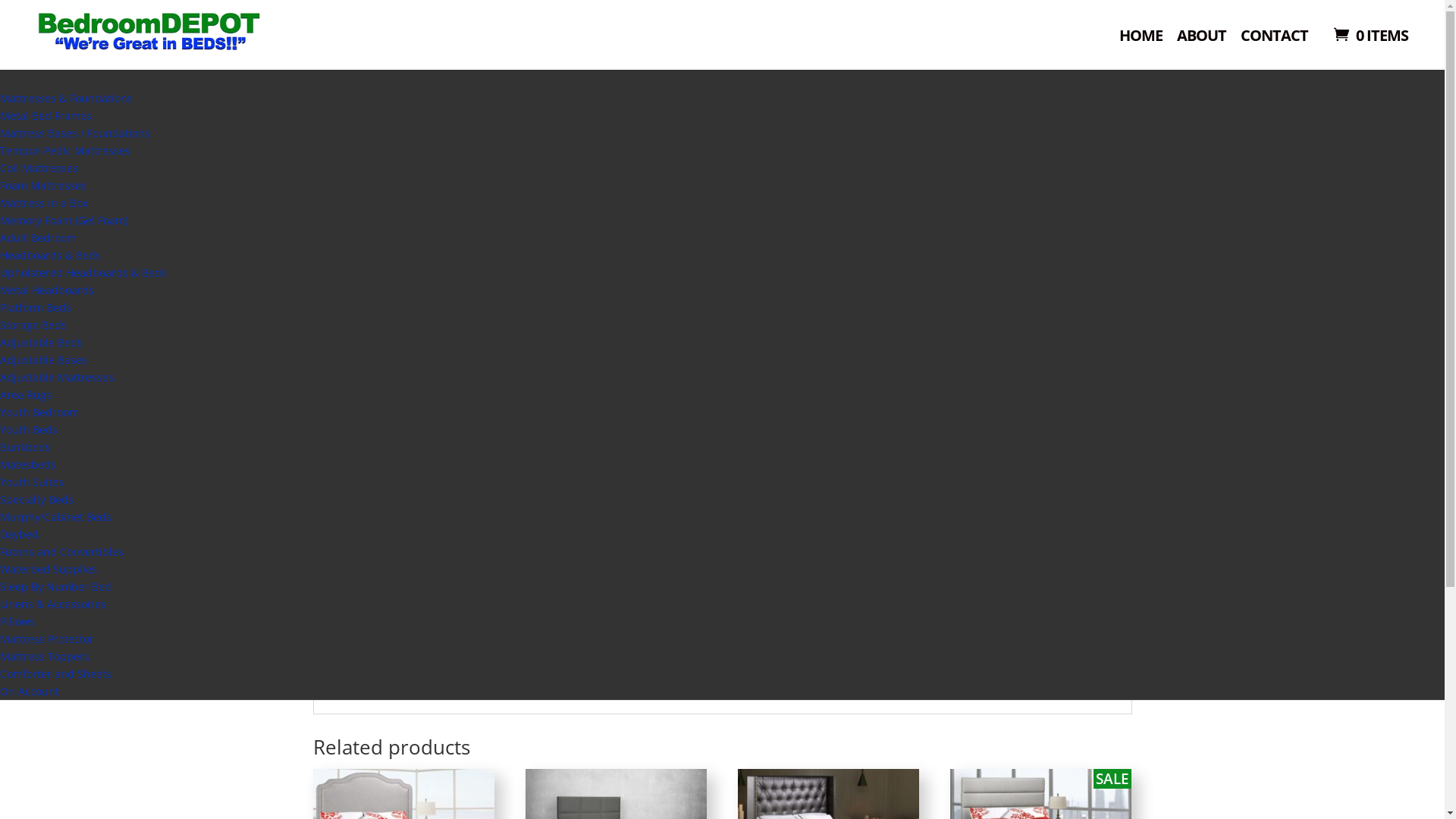 The image size is (1456, 819). What do you see at coordinates (1274, 40) in the screenshot?
I see `'CONTACT'` at bounding box center [1274, 40].